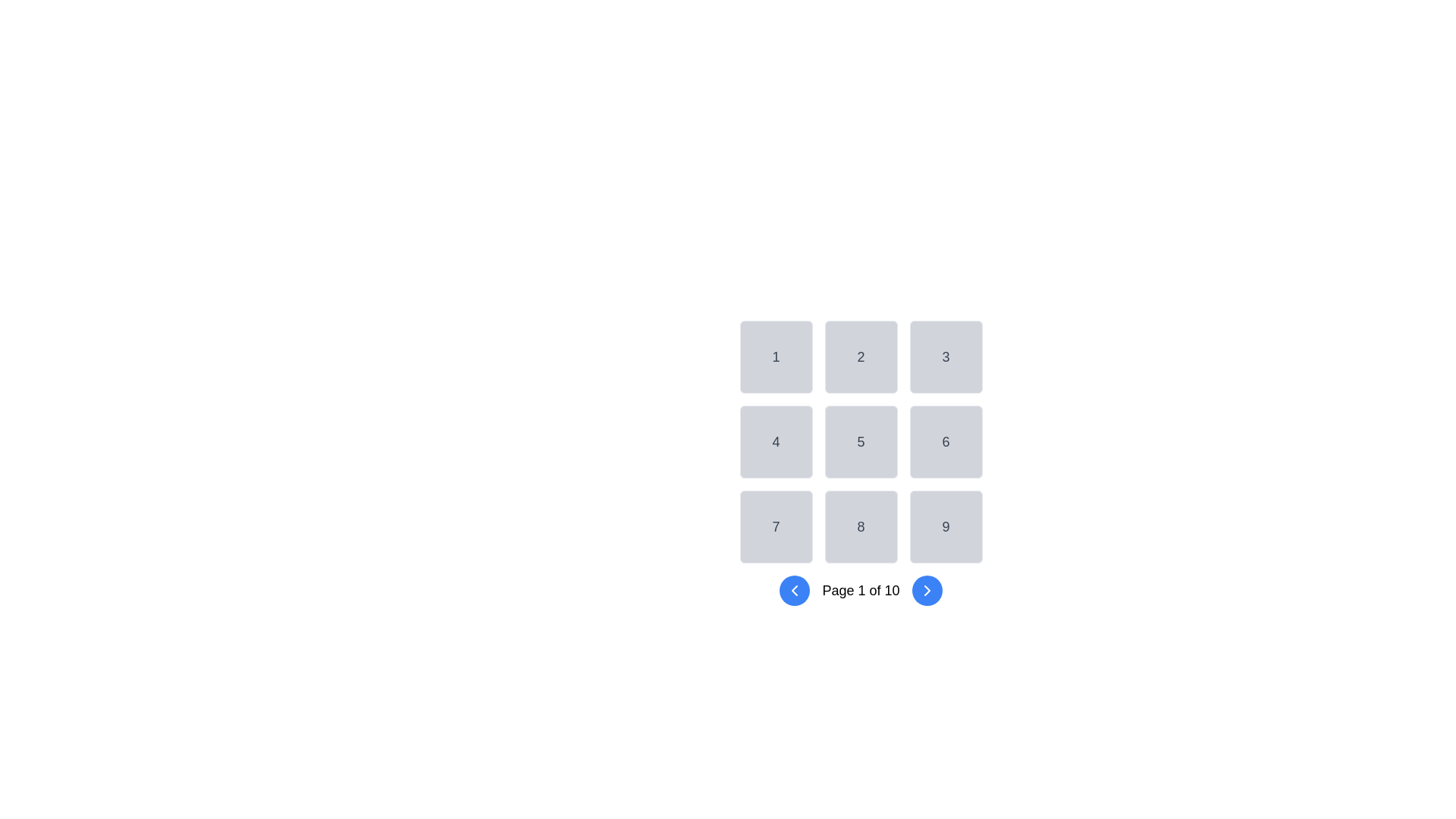  I want to click on the static display element showing the digit '5', which is located in the second row and second column of a 3x3 grid layout, so click(861, 441).